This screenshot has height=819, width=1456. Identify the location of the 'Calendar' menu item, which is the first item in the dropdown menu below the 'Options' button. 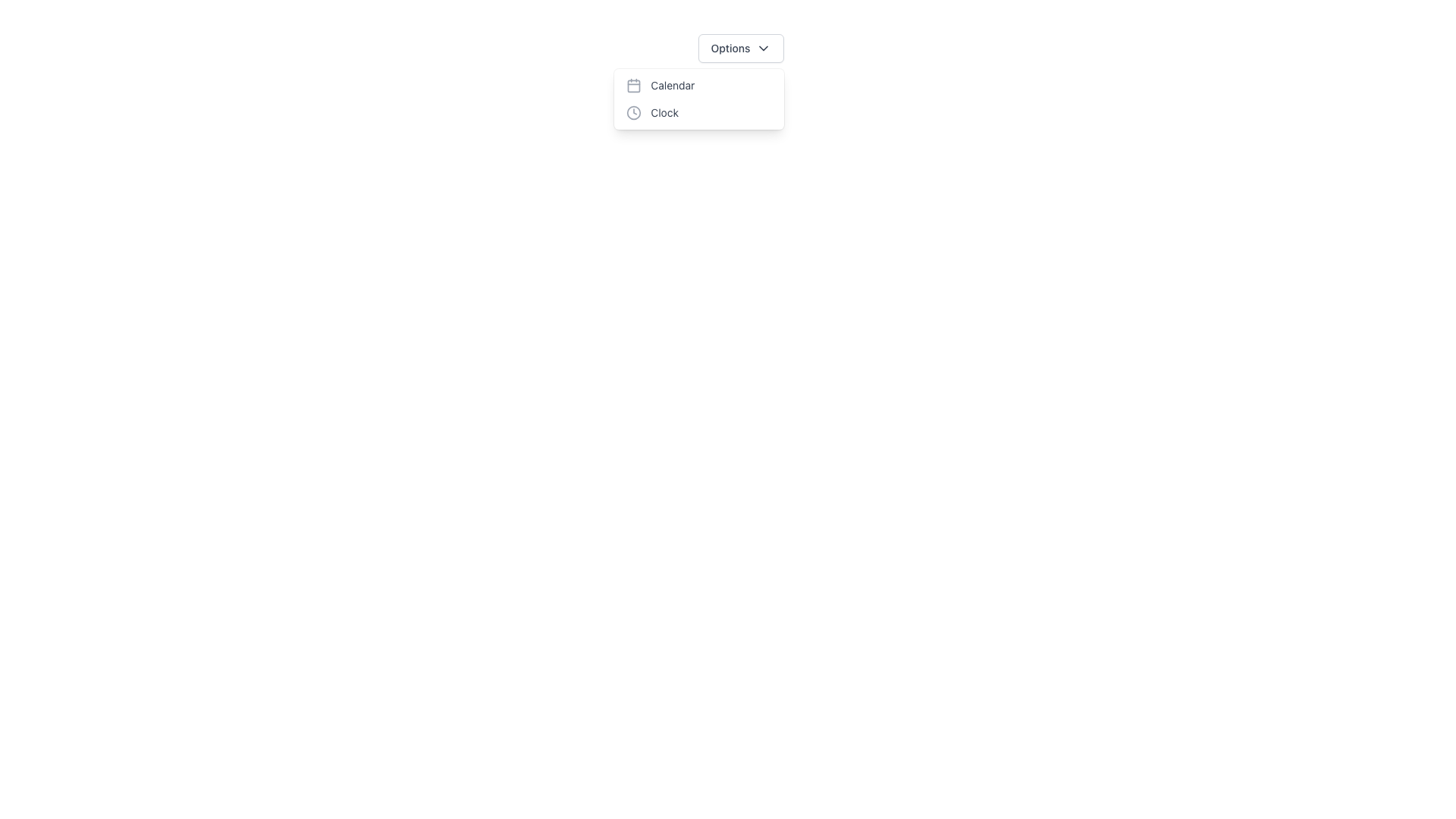
(698, 85).